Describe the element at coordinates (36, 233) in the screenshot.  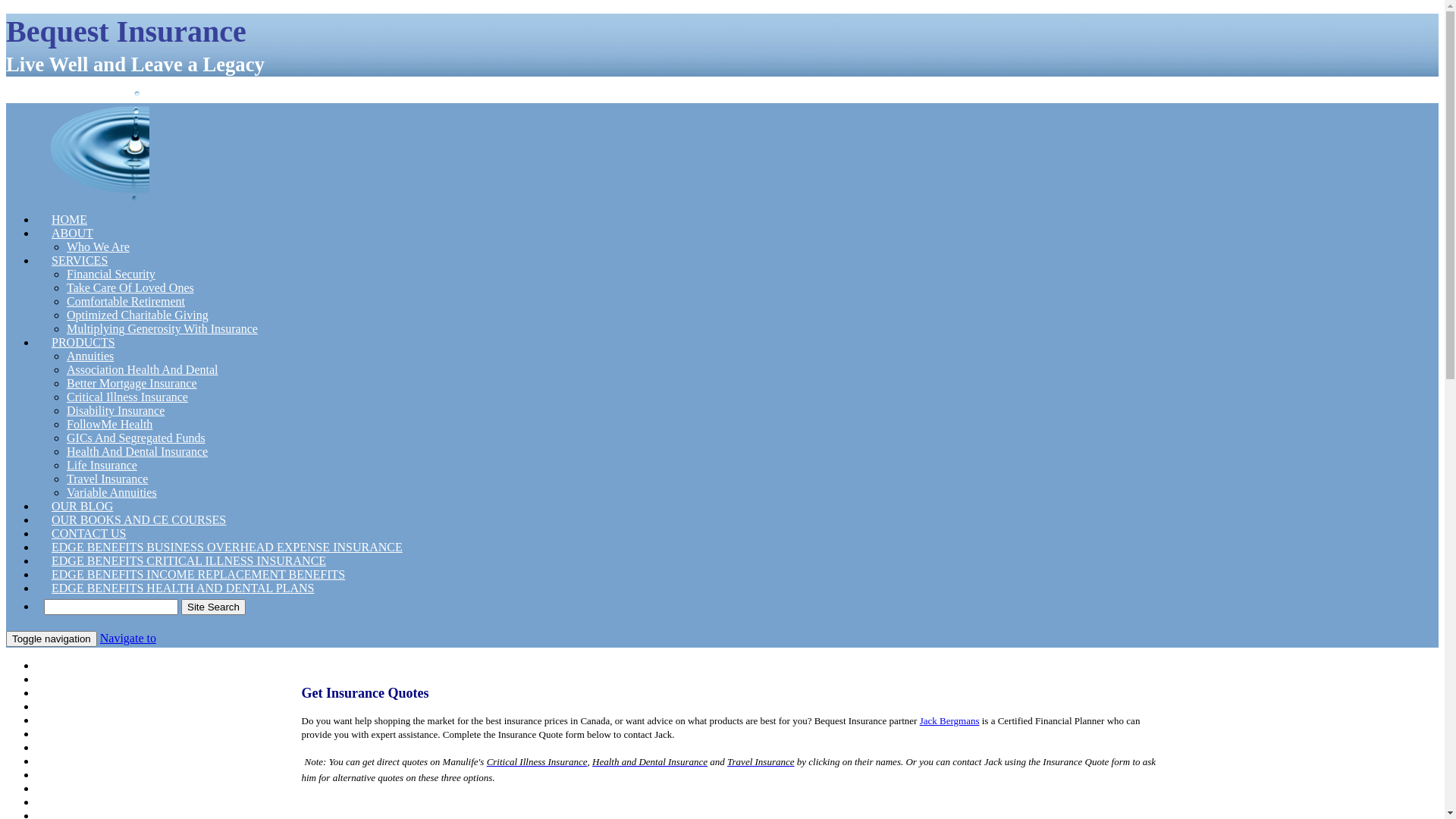
I see `'ABOUT'` at that location.